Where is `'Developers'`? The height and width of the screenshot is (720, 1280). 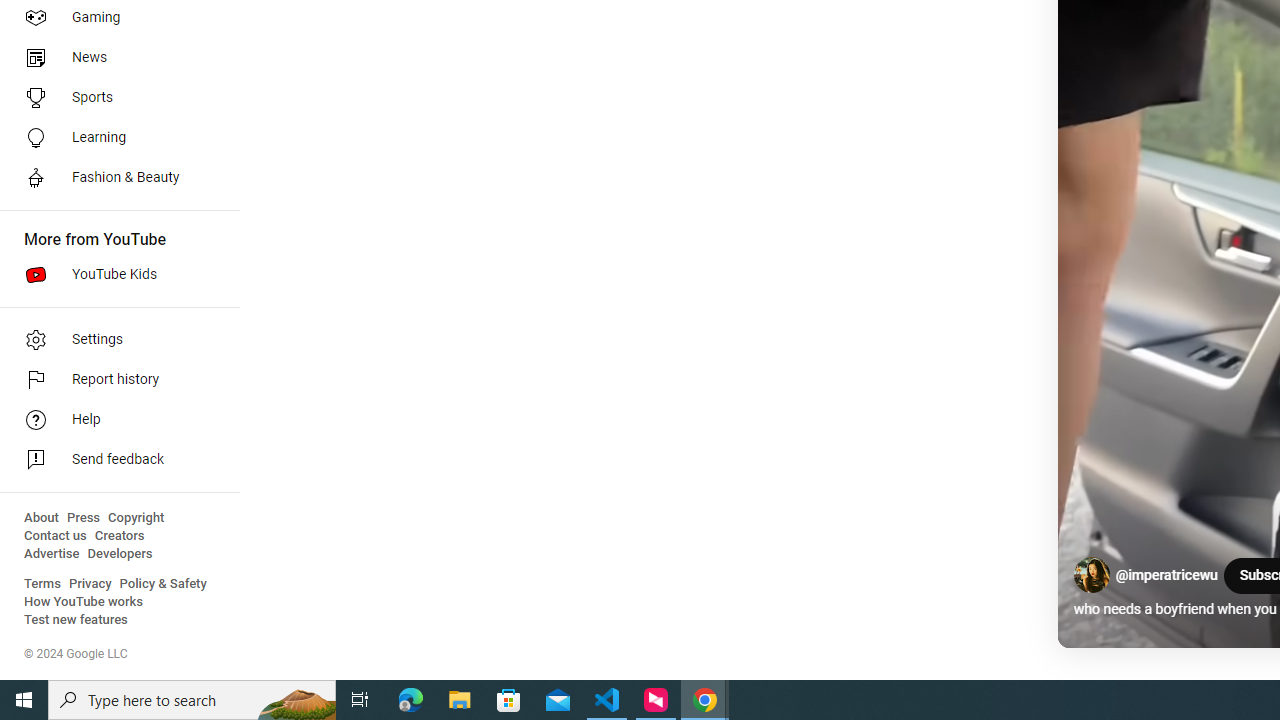
'Developers' is located at coordinates (119, 554).